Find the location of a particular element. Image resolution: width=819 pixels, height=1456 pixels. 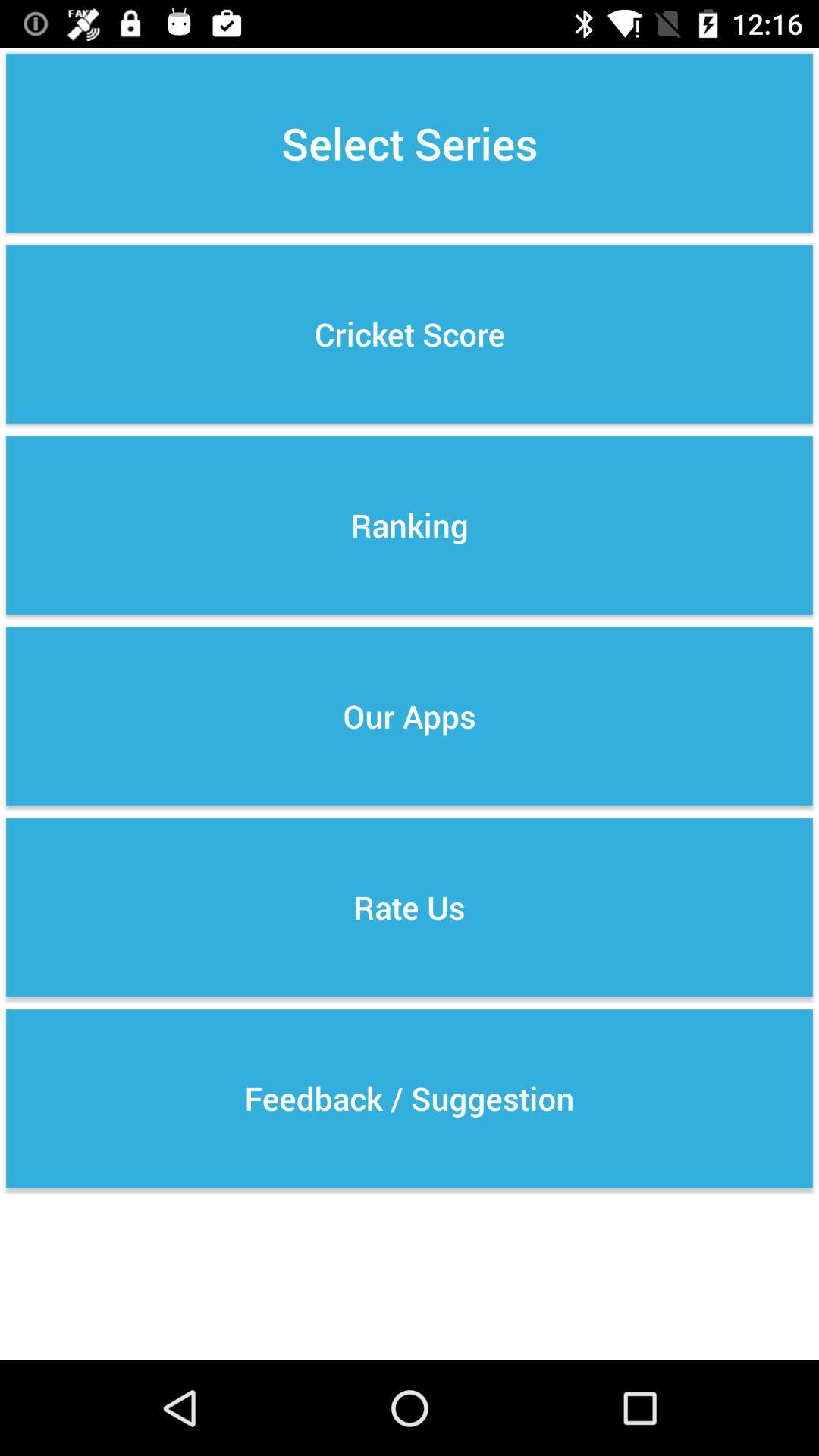

the icon above feedback / suggestion icon is located at coordinates (409, 907).